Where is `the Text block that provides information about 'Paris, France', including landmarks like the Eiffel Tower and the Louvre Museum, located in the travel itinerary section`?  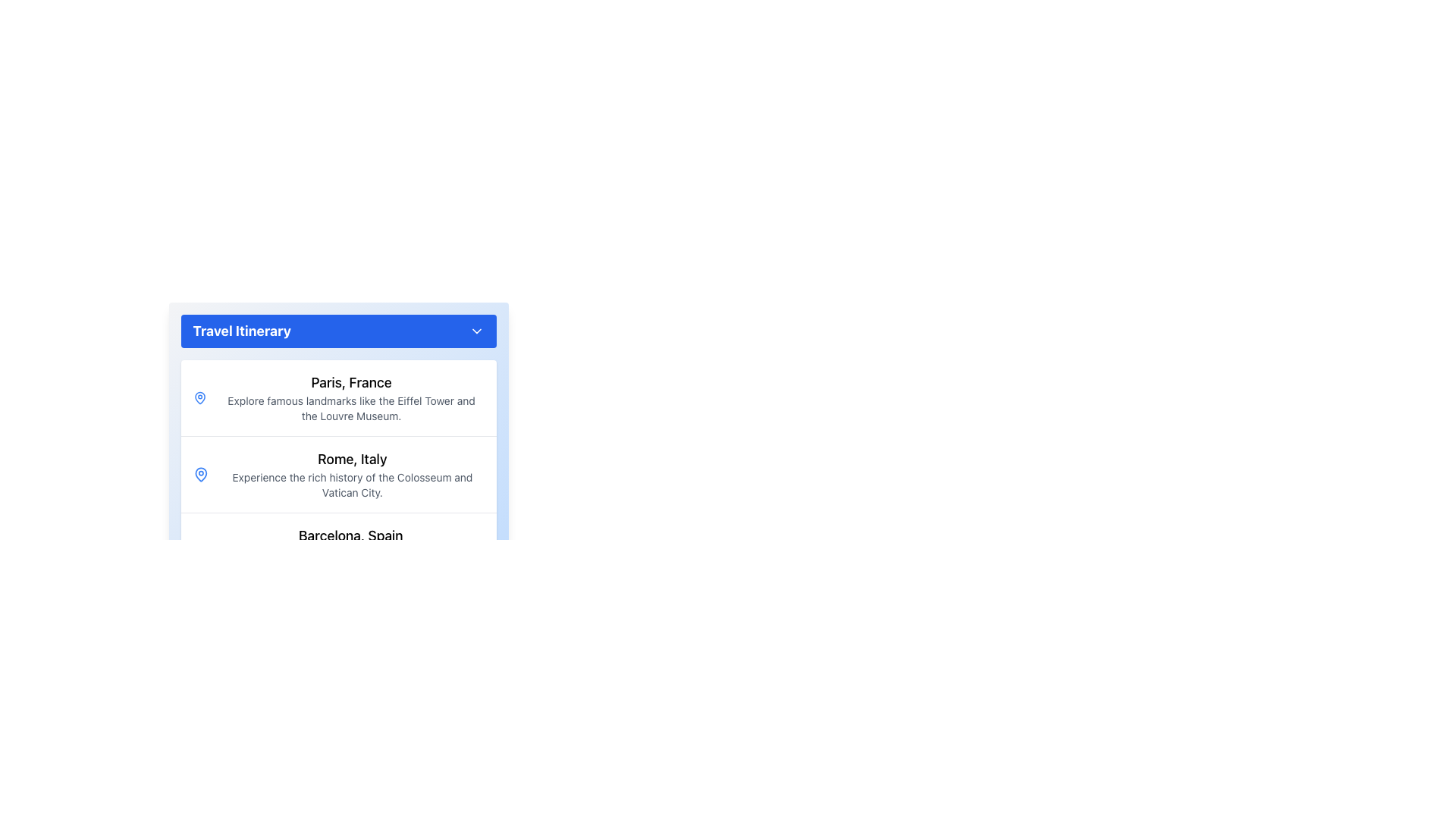
the Text block that provides information about 'Paris, France', including landmarks like the Eiffel Tower and the Louvre Museum, located in the travel itinerary section is located at coordinates (350, 397).